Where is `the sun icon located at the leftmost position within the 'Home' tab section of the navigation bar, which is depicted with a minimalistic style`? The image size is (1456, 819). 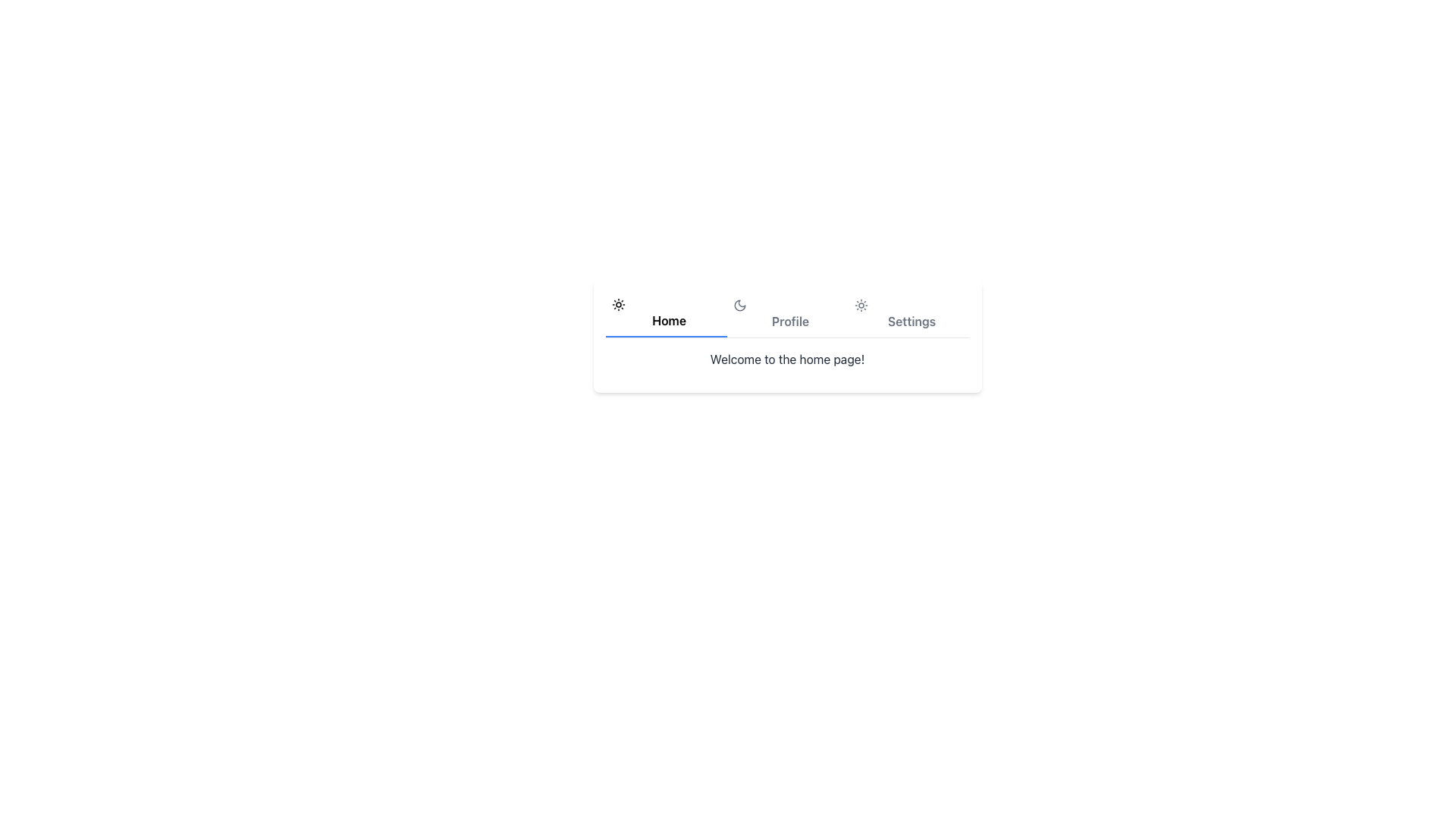
the sun icon located at the leftmost position within the 'Home' tab section of the navigation bar, which is depicted with a minimalistic style is located at coordinates (618, 304).